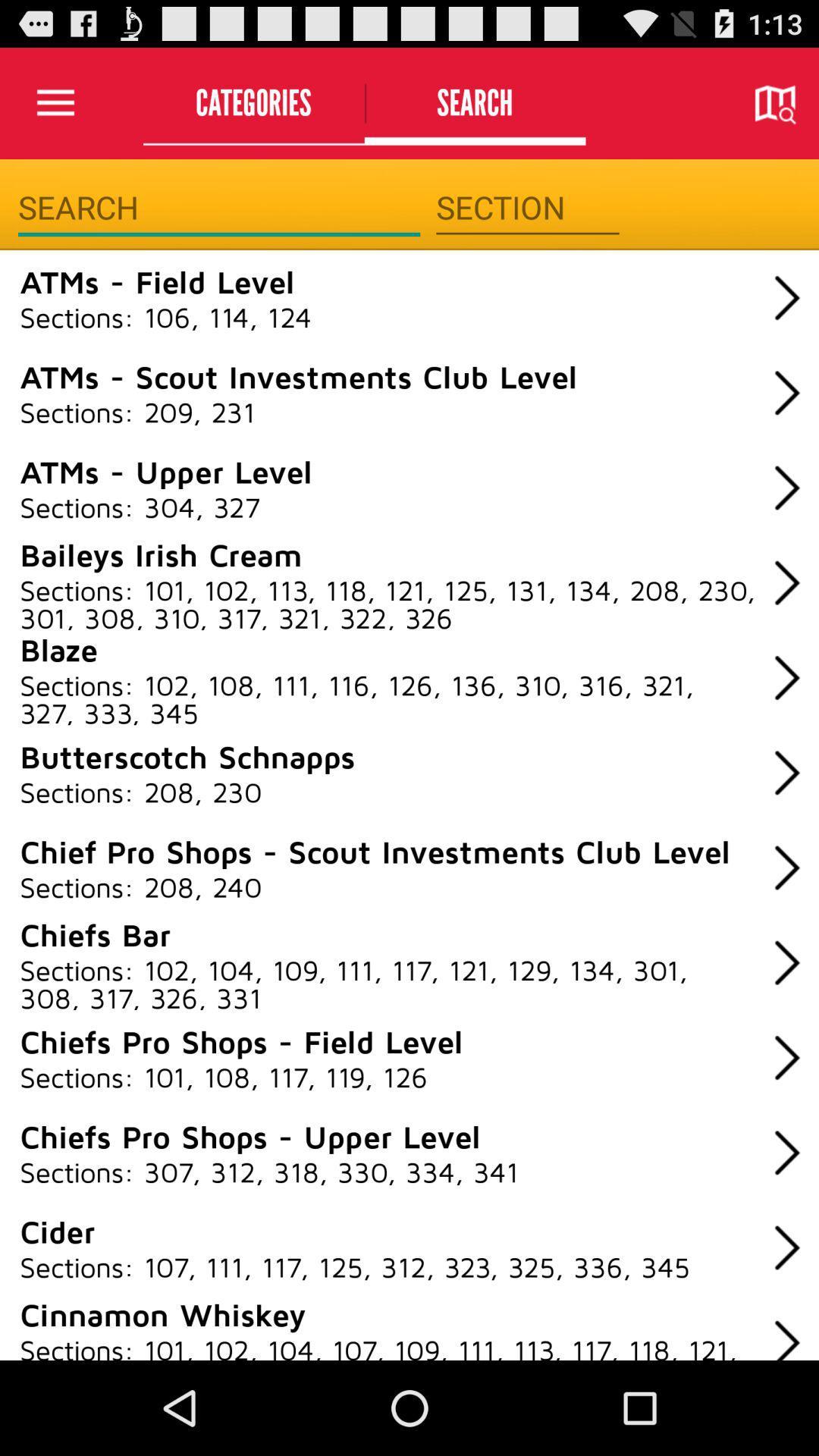  I want to click on the cinnamon whiskey icon, so click(162, 1313).